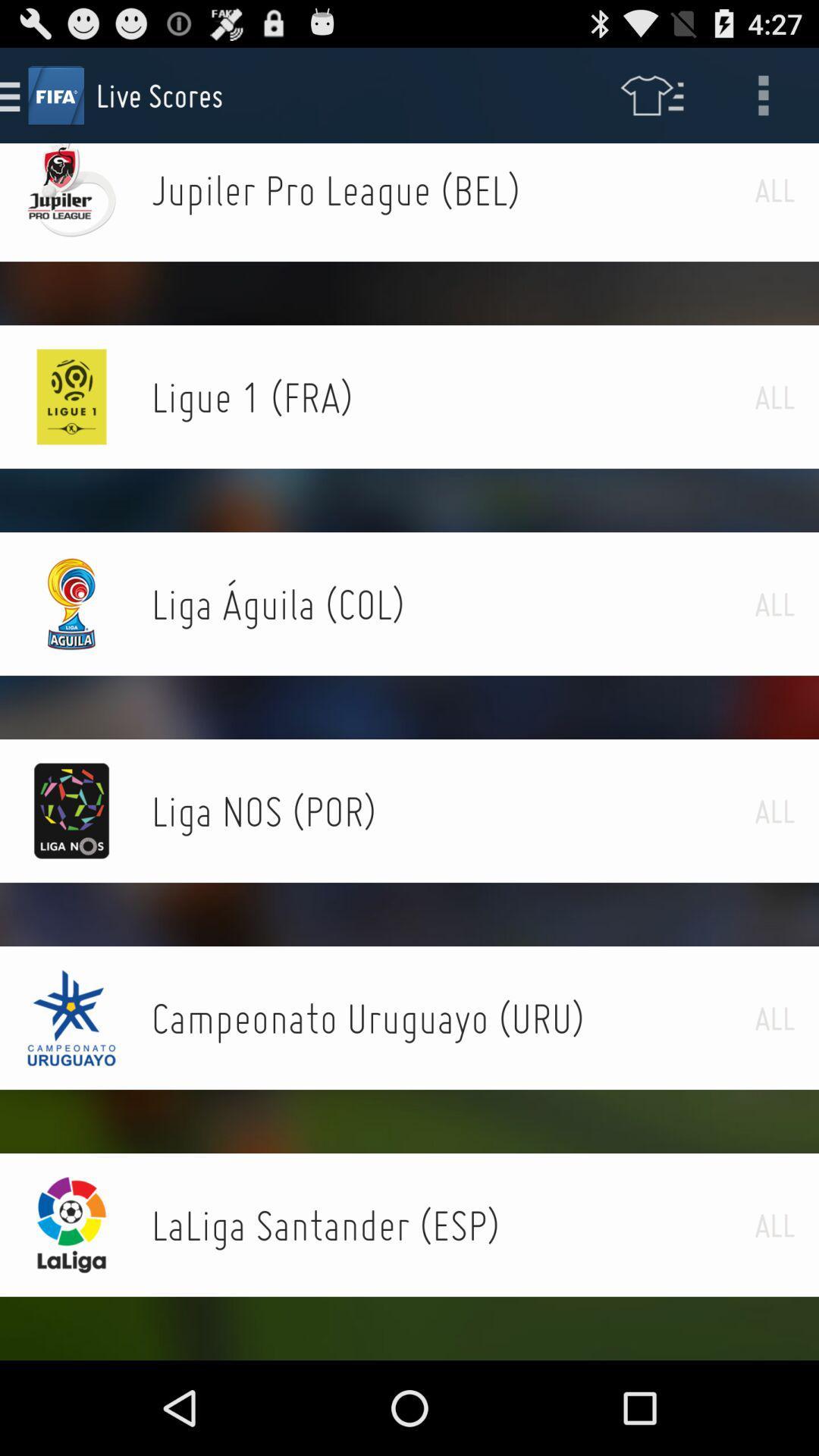 This screenshot has height=1456, width=819. Describe the element at coordinates (452, 1018) in the screenshot. I see `campeonato uruguayo (uru) icon` at that location.